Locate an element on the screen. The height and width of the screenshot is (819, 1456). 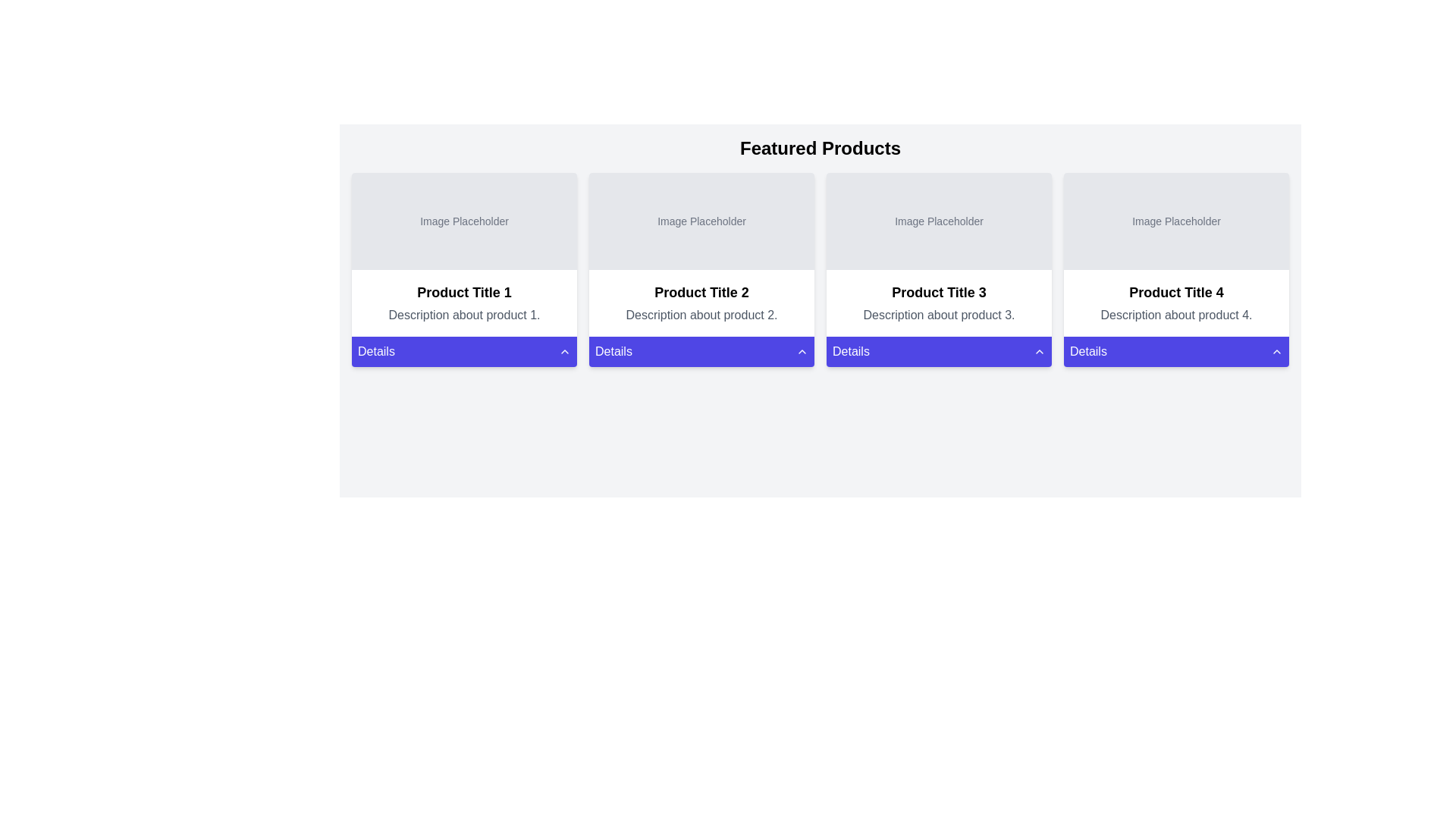
the 'Details' button located at the bottom section of the 'Product Title 2' card is located at coordinates (701, 351).